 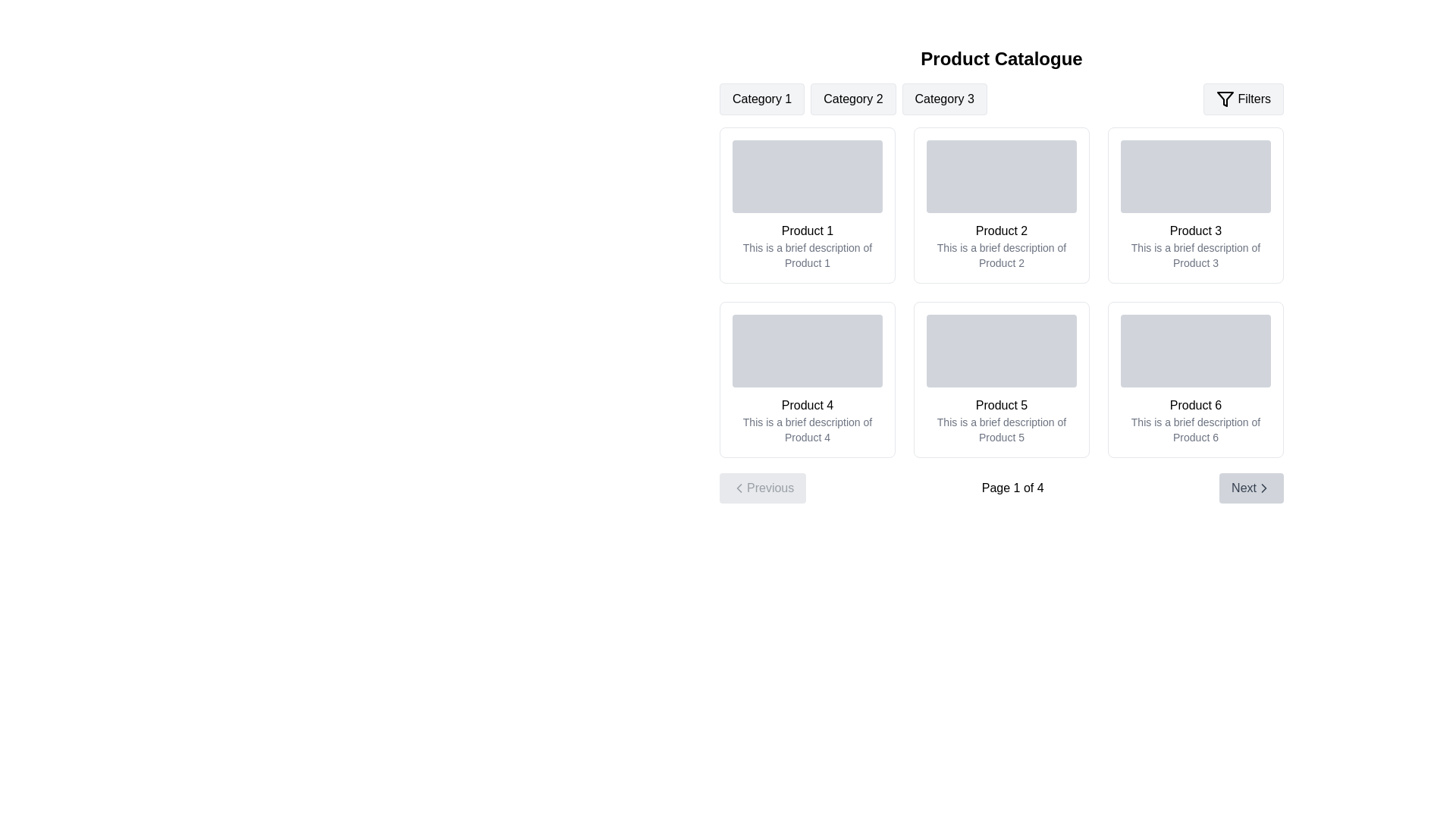 What do you see at coordinates (1195, 254) in the screenshot?
I see `text block that is gray and center-aligned, located beneath the title 'Product 3' in the third product card` at bounding box center [1195, 254].